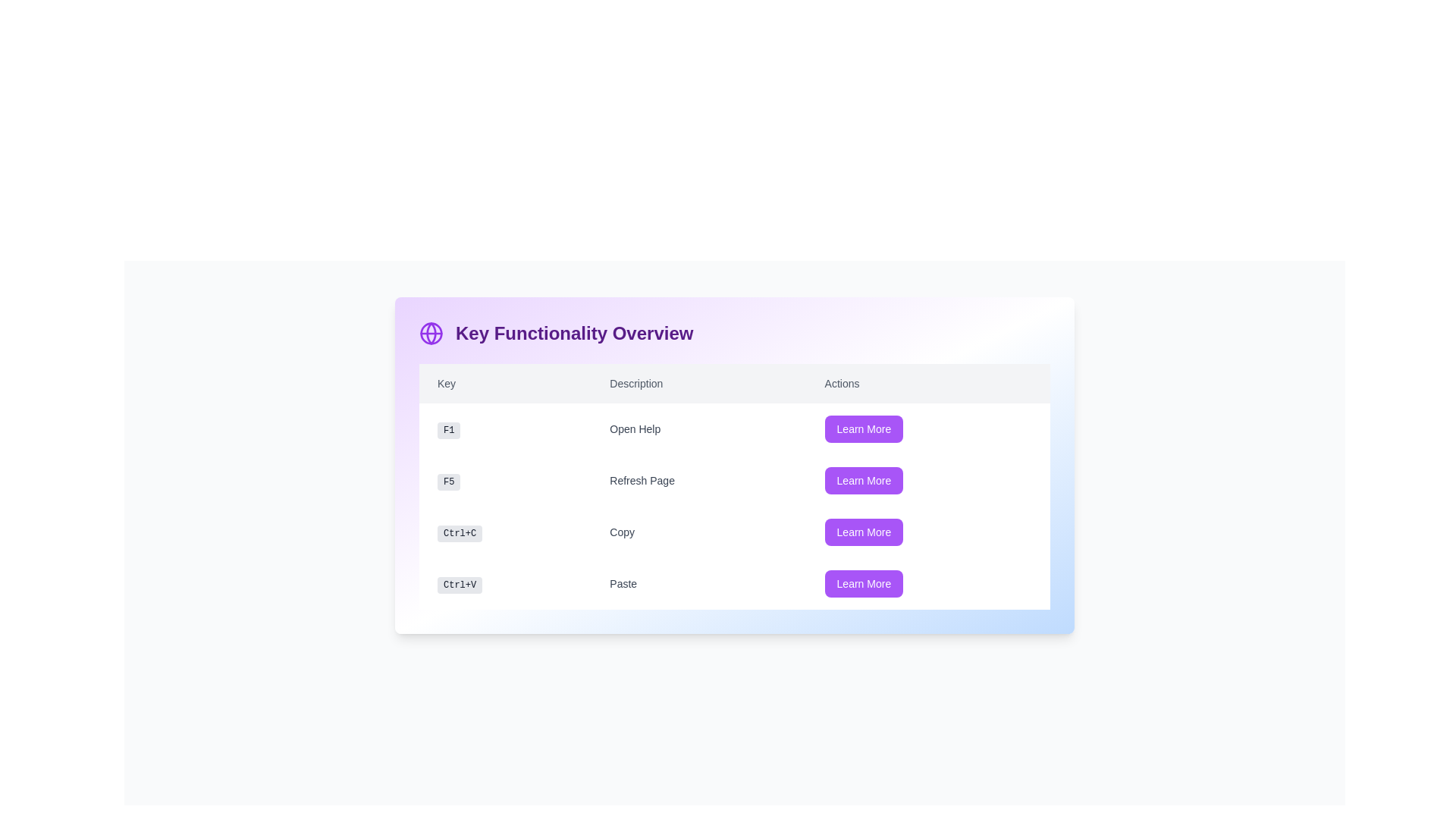  I want to click on the SVG circle graphic located at the top-left corner of the card header by, so click(431, 332).